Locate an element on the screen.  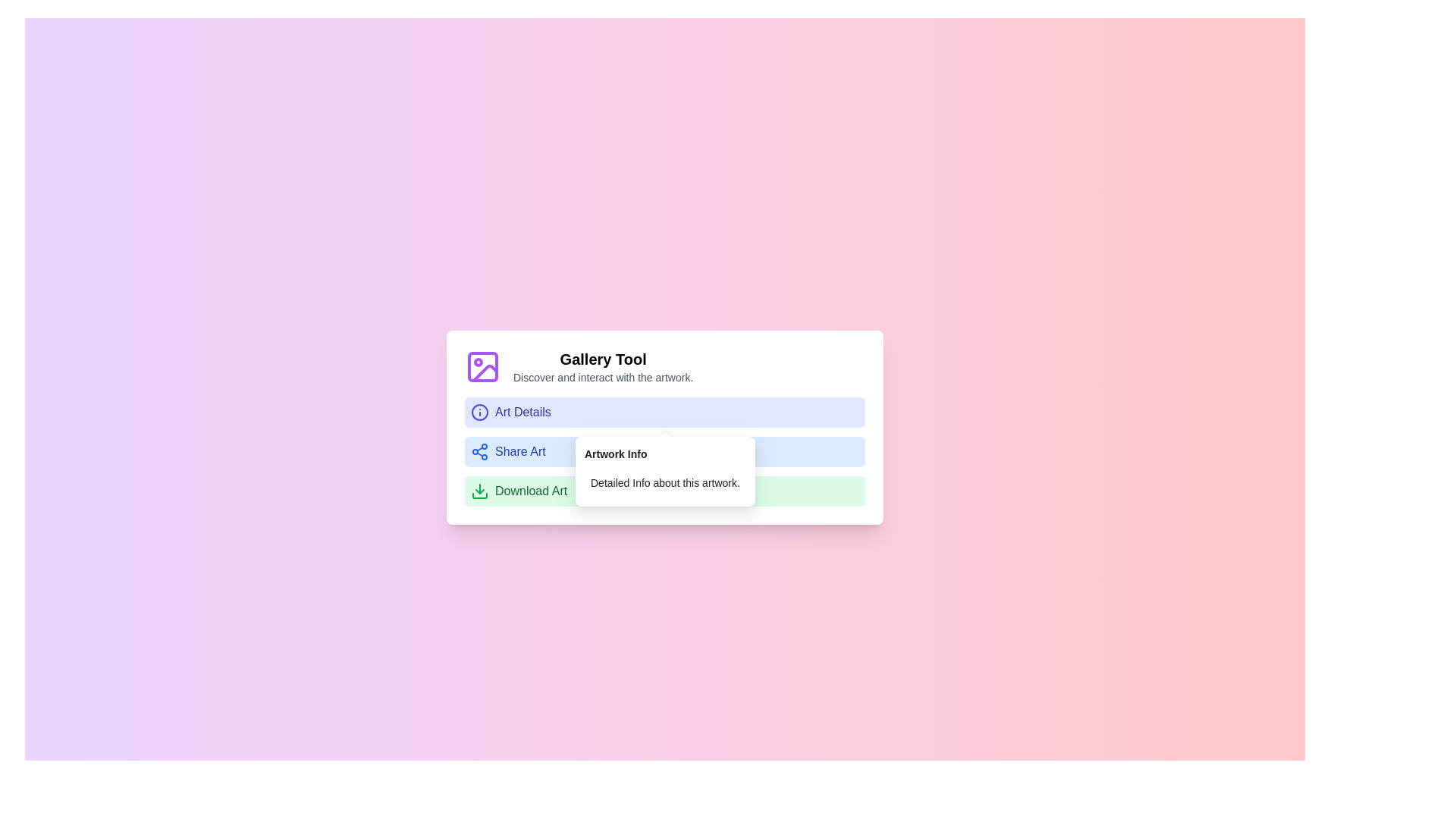
the text label reading 'Download Art' is located at coordinates (531, 491).